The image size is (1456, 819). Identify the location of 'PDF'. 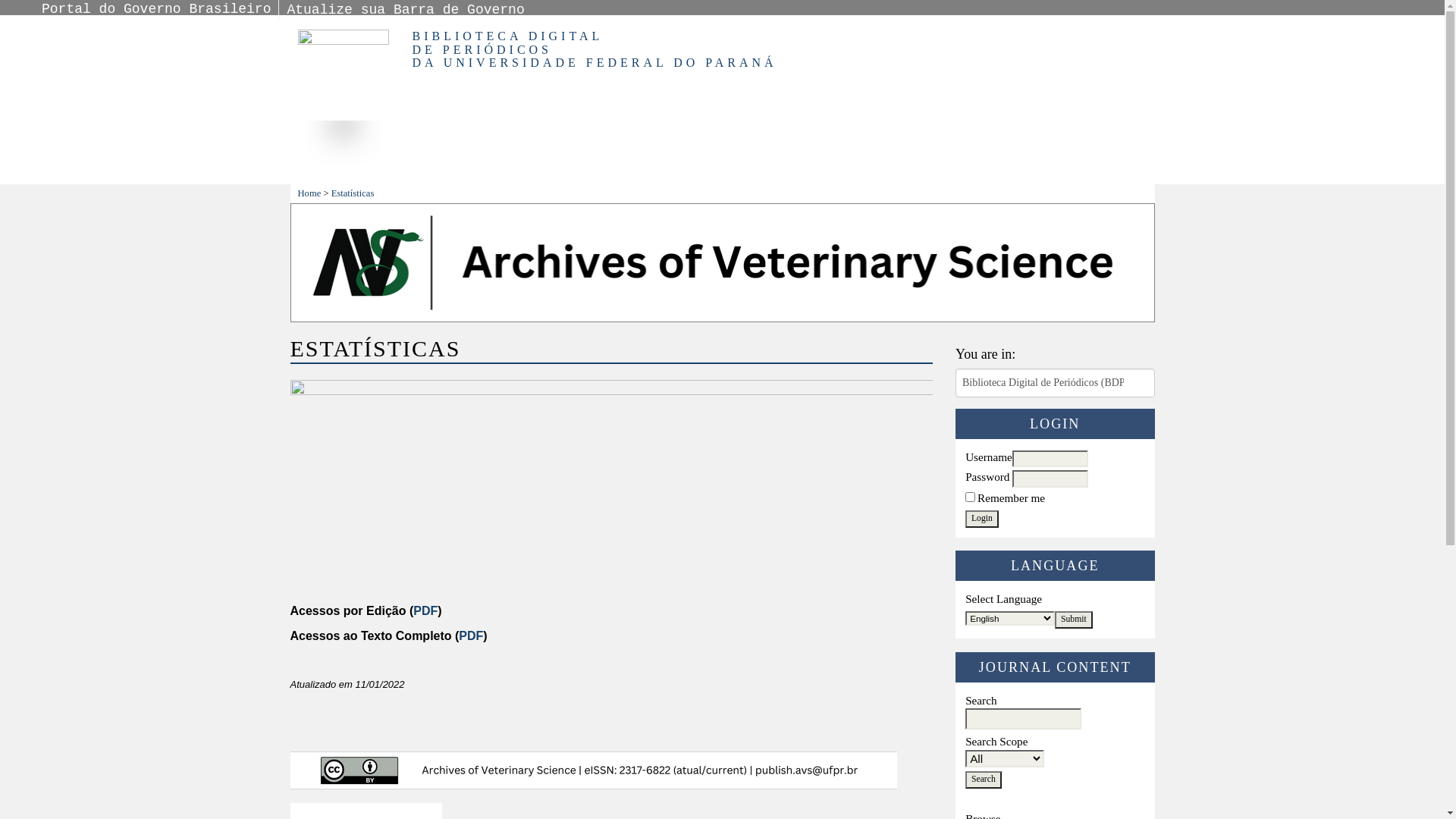
(469, 635).